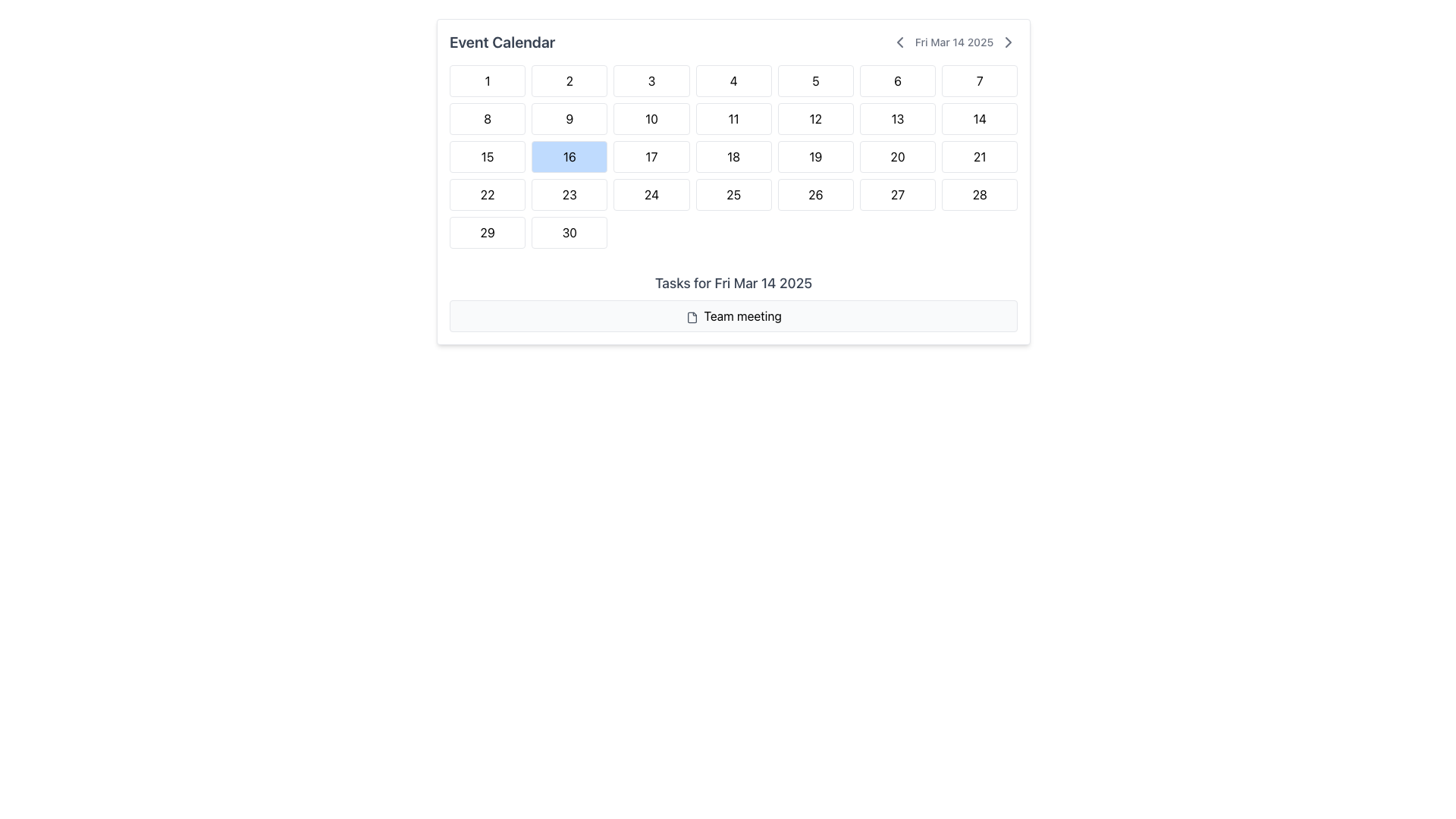 Image resolution: width=1456 pixels, height=819 pixels. I want to click on the button representing the second day of the month in the calendar interface, so click(569, 81).